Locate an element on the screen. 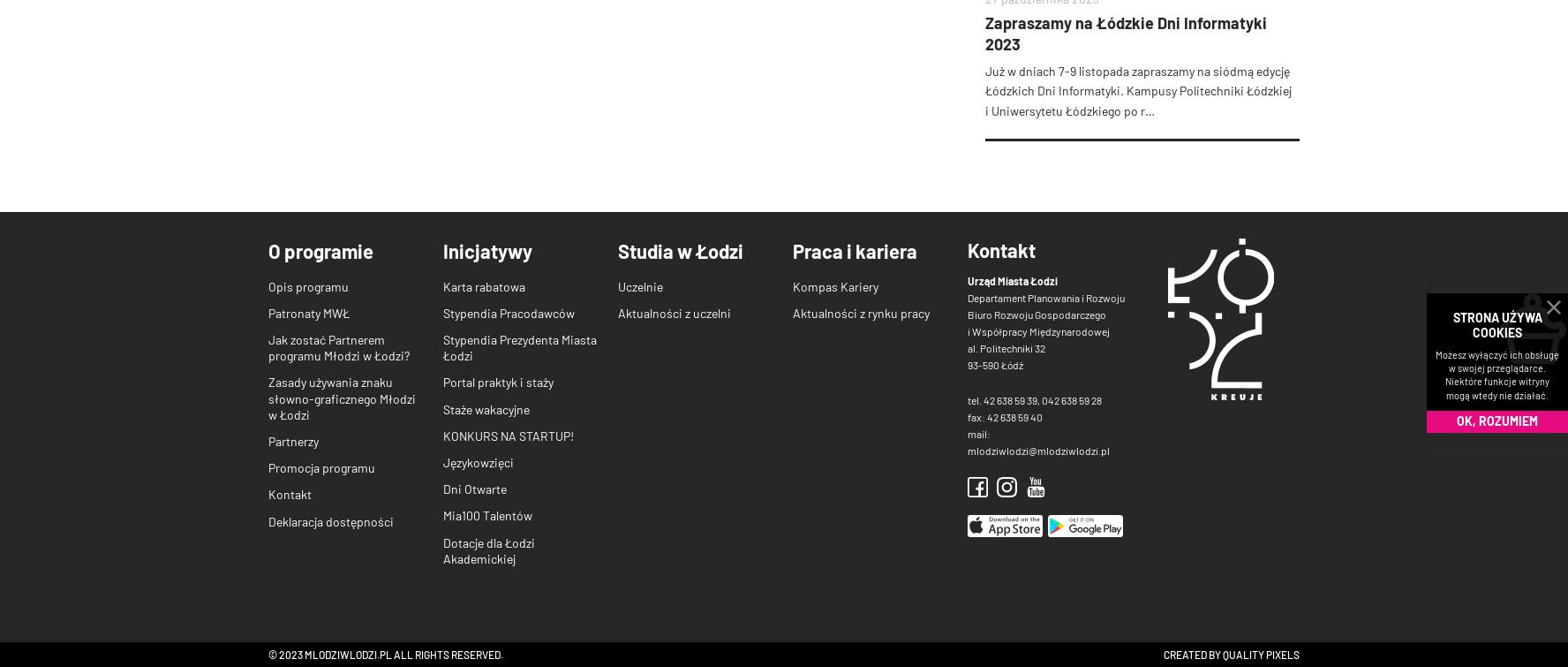  'mlodziwlodzi.pl All rights reserved.' is located at coordinates (301, 652).